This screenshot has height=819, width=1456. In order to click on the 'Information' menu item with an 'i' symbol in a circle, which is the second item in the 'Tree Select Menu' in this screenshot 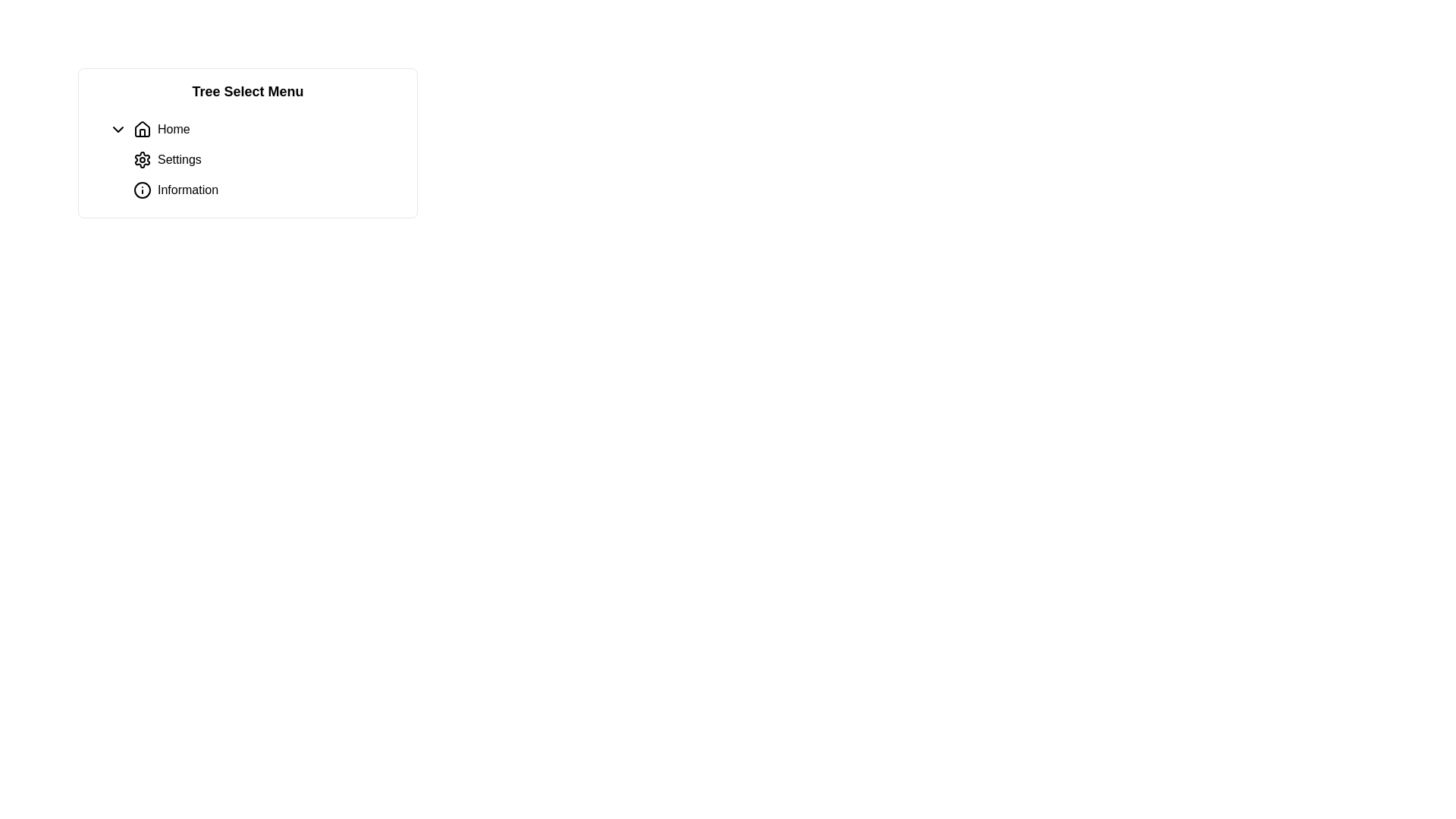, I will do `click(265, 189)`.